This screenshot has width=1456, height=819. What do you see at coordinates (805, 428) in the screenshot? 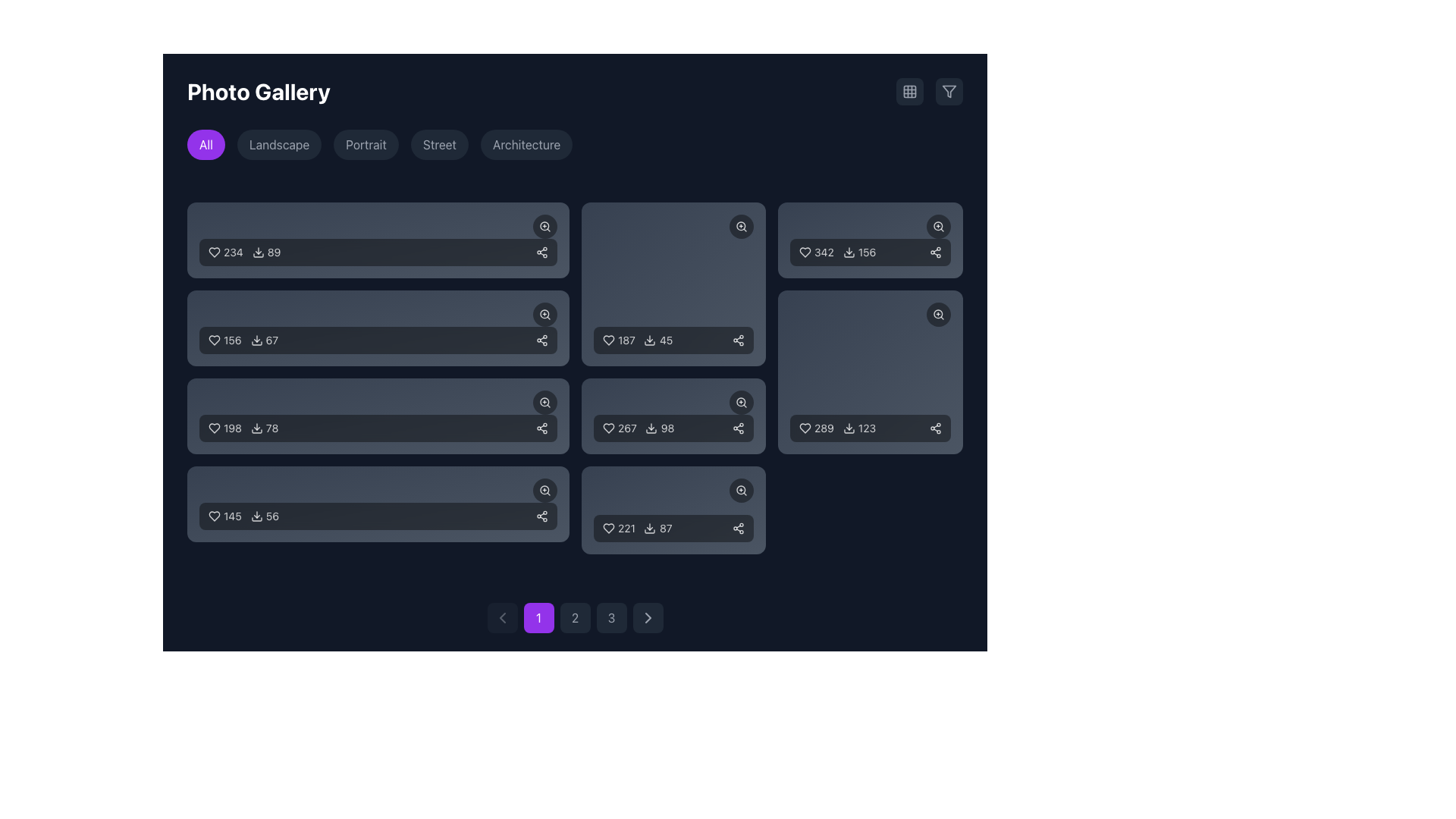
I see `the heart icon located within the like button at the bottom-right of the interface` at bounding box center [805, 428].